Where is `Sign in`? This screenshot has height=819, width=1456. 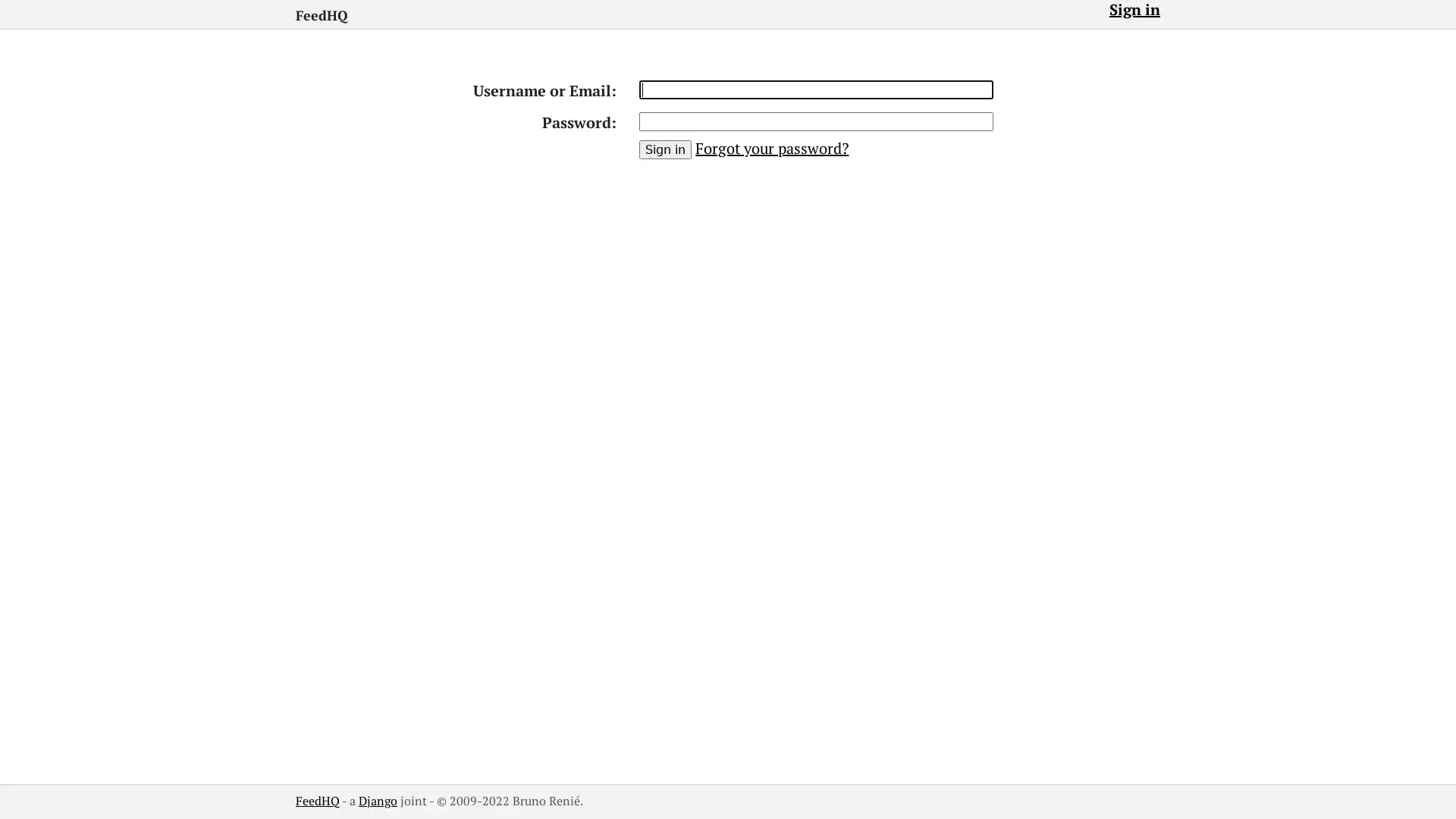
Sign in is located at coordinates (665, 149).